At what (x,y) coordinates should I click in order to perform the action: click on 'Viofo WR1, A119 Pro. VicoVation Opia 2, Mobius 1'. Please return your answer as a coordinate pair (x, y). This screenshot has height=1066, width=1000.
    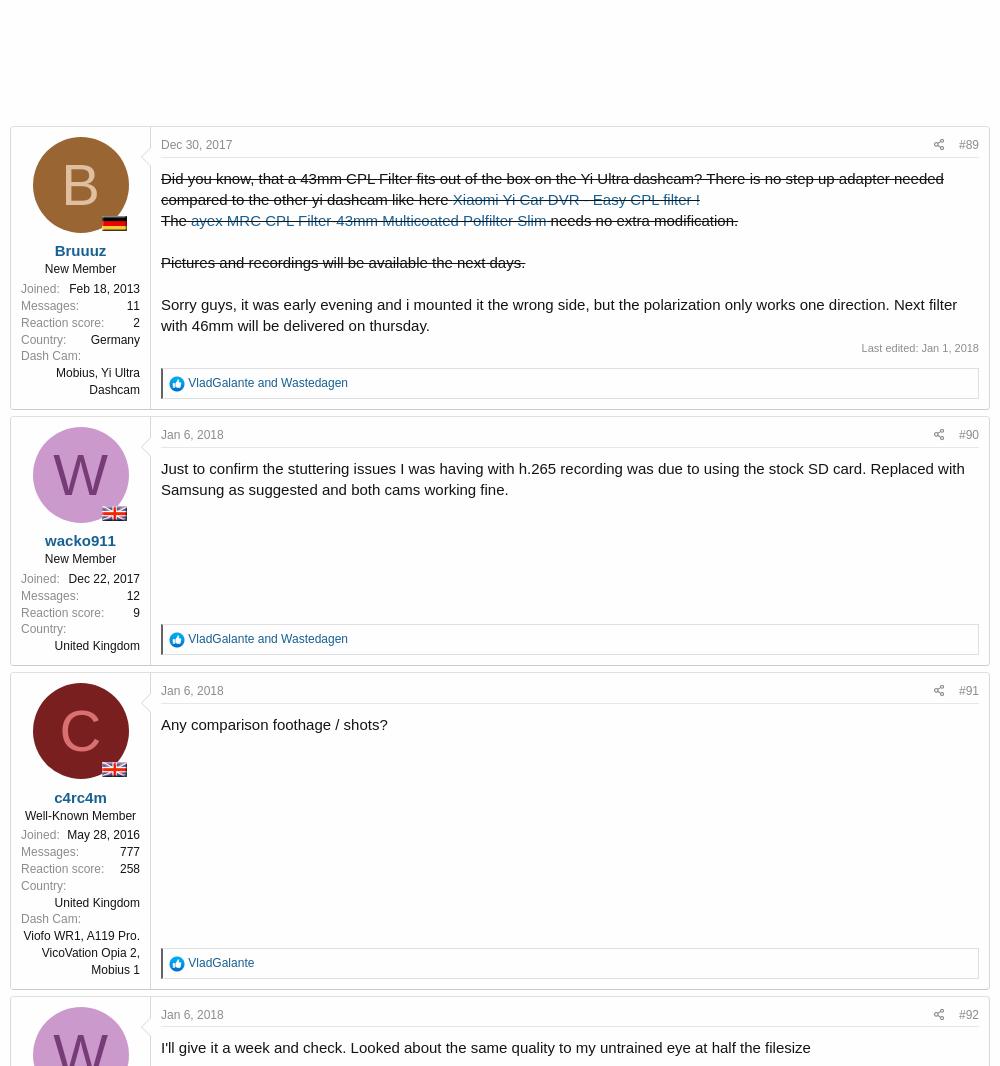
    Looking at the image, I should click on (80, 952).